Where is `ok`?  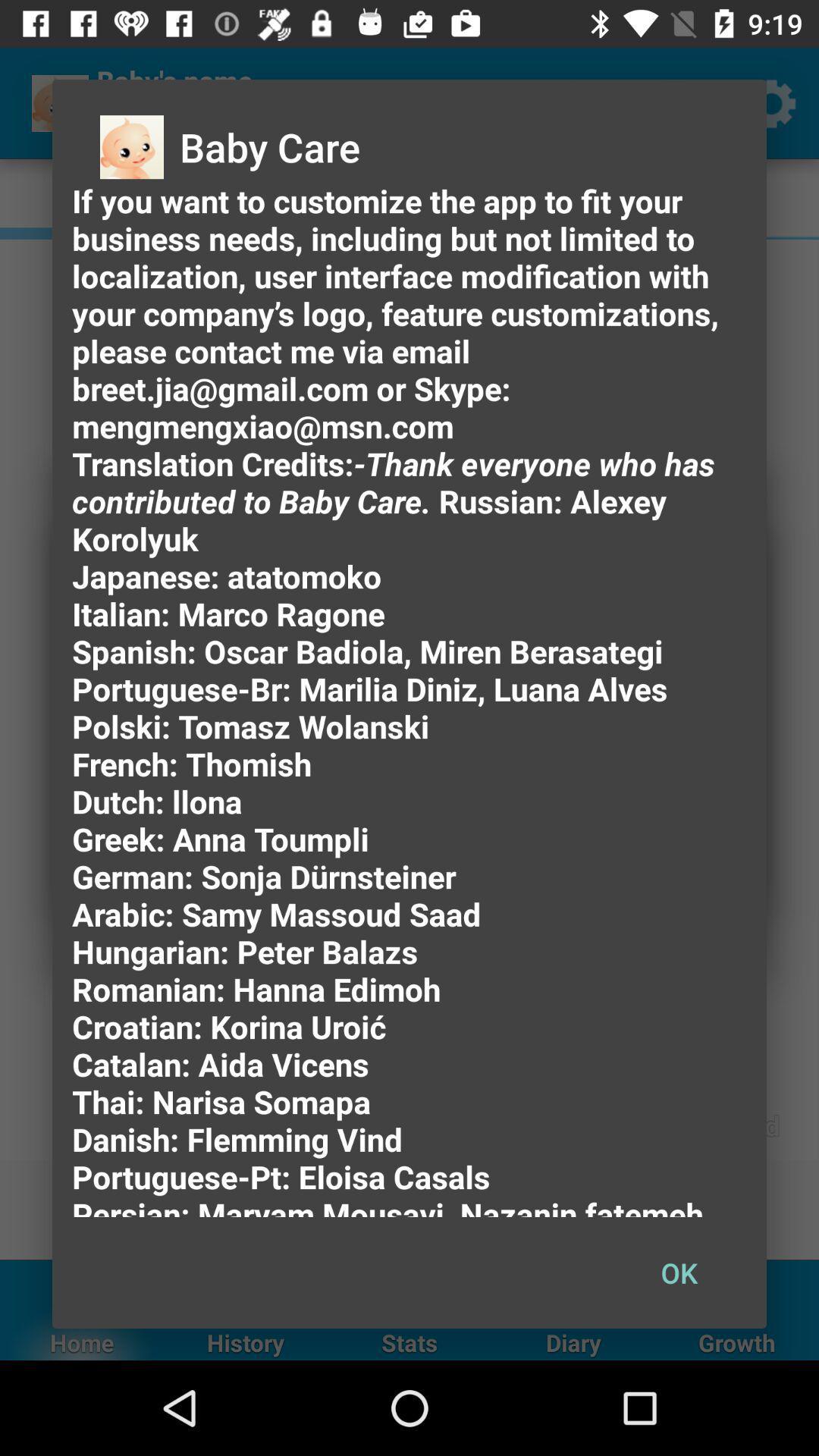 ok is located at coordinates (678, 1272).